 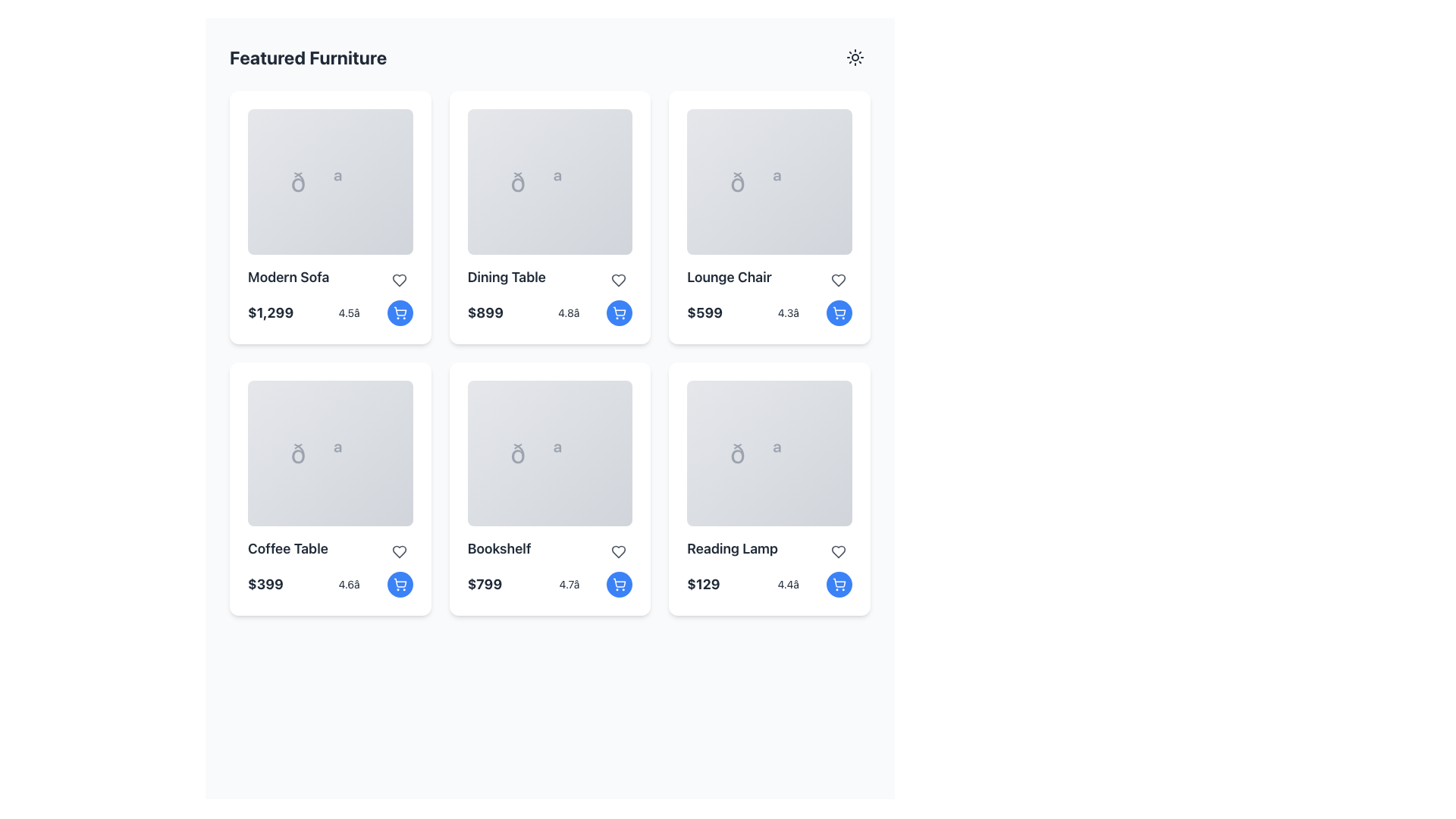 I want to click on the image placeholder icon with a gray emoji-like face located at the center of the 'Reading Lamp' product card in the bottom right section of the featured furniture grid layout, so click(x=770, y=452).